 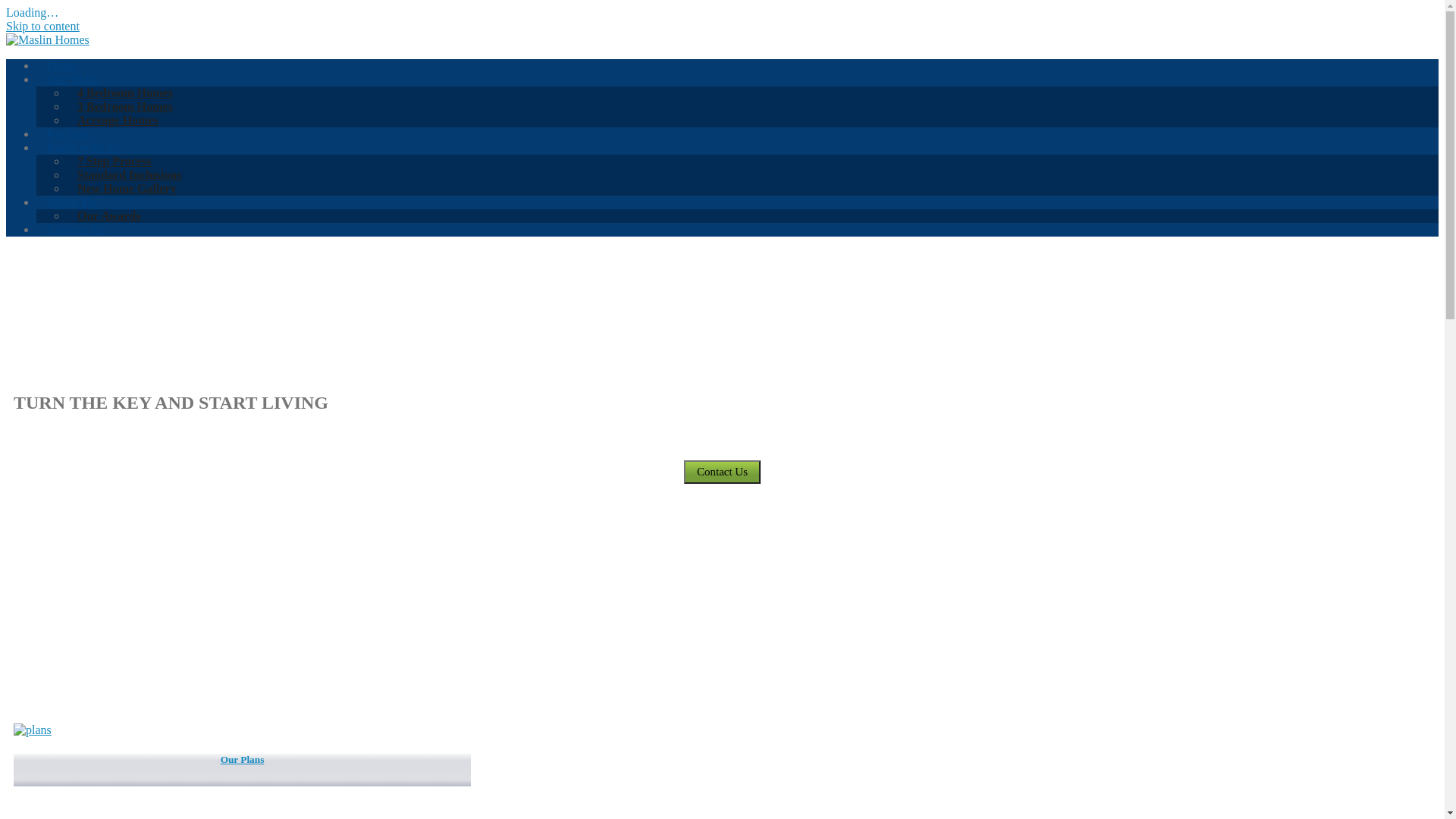 What do you see at coordinates (67, 133) in the screenshot?
I see `'For Sale'` at bounding box center [67, 133].